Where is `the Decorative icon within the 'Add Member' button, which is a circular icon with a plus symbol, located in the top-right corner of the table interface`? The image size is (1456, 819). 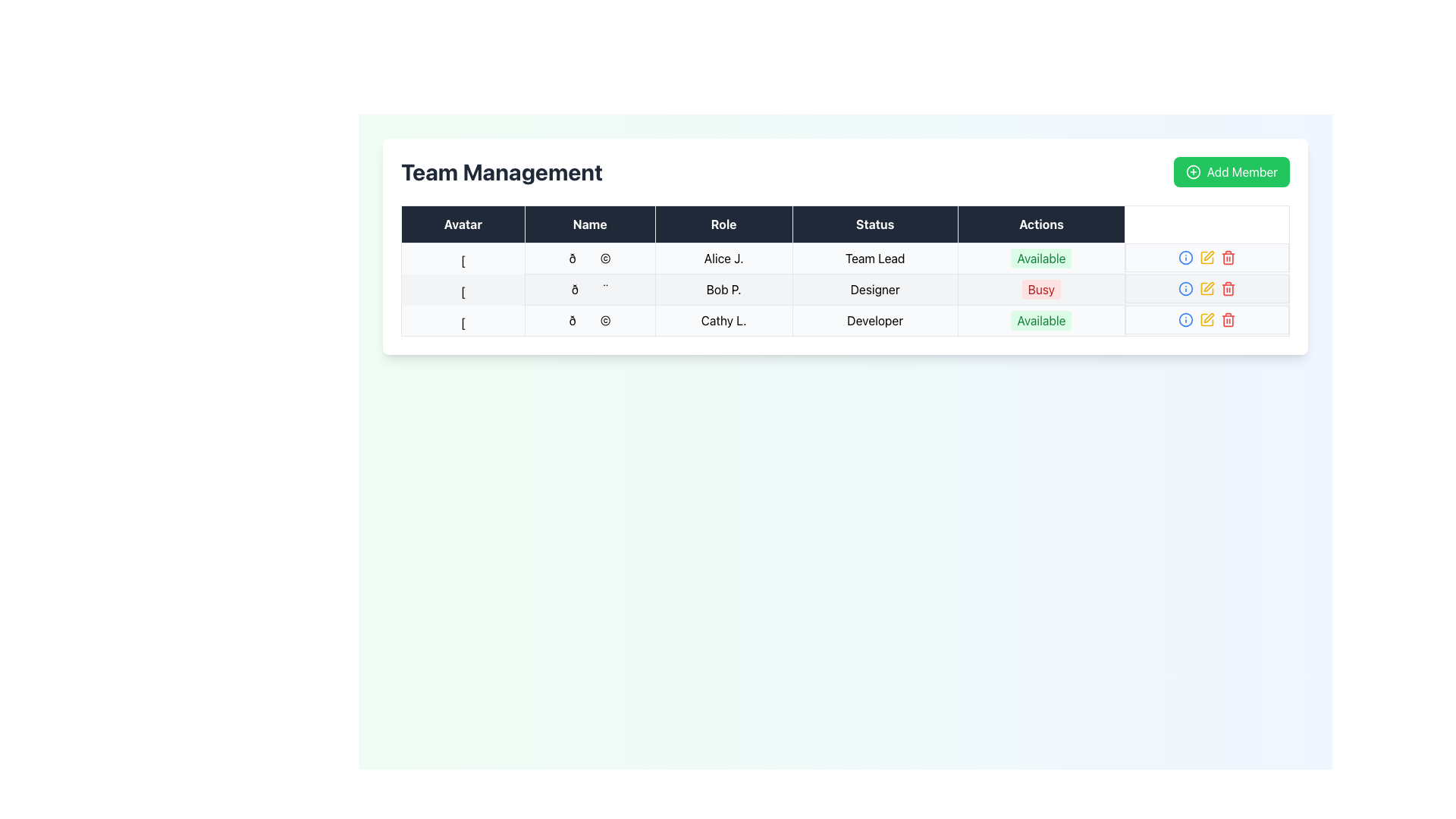
the Decorative icon within the 'Add Member' button, which is a circular icon with a plus symbol, located in the top-right corner of the table interface is located at coordinates (1192, 171).